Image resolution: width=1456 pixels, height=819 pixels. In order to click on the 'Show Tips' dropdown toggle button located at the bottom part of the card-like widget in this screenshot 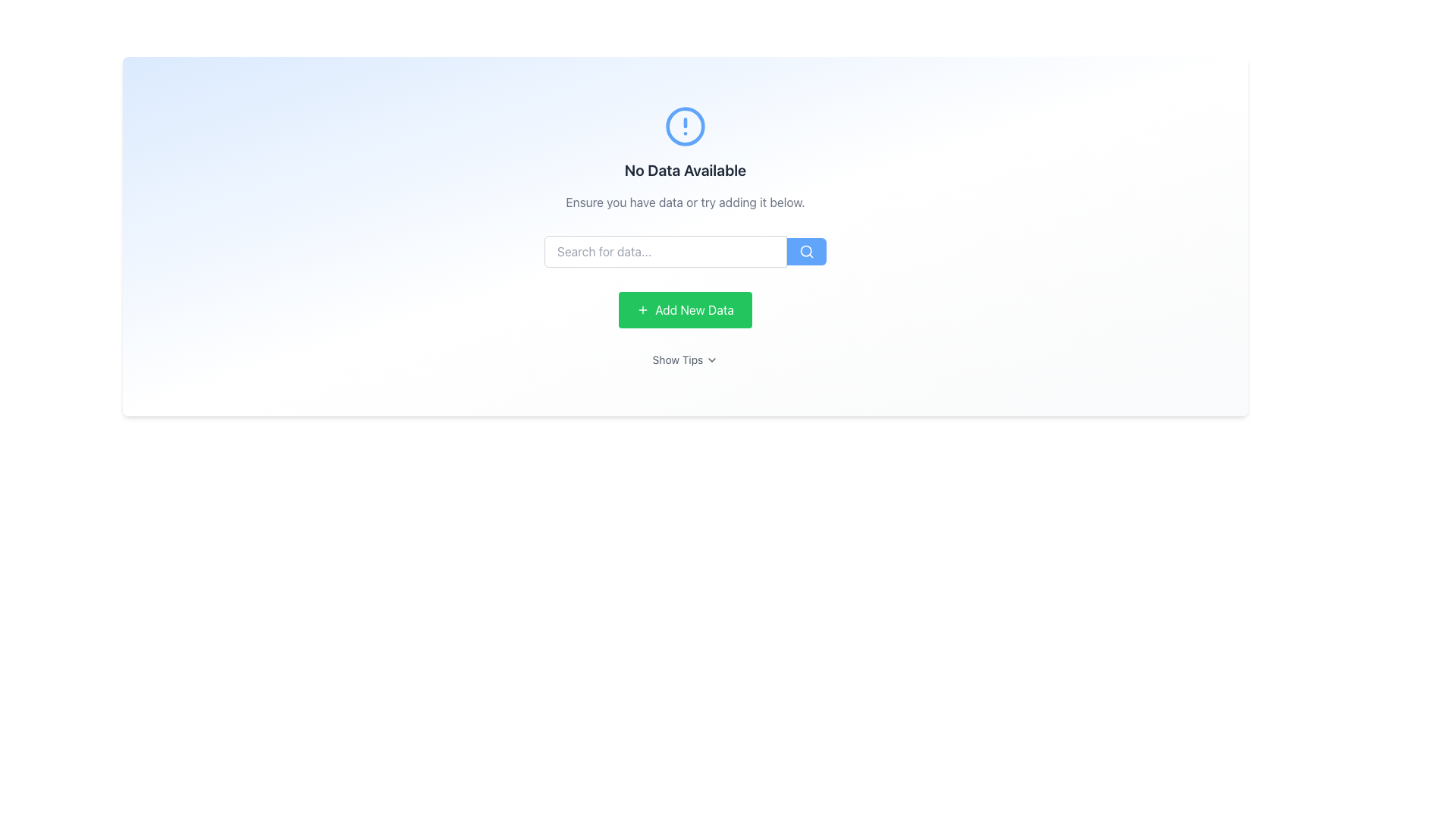, I will do `click(684, 359)`.